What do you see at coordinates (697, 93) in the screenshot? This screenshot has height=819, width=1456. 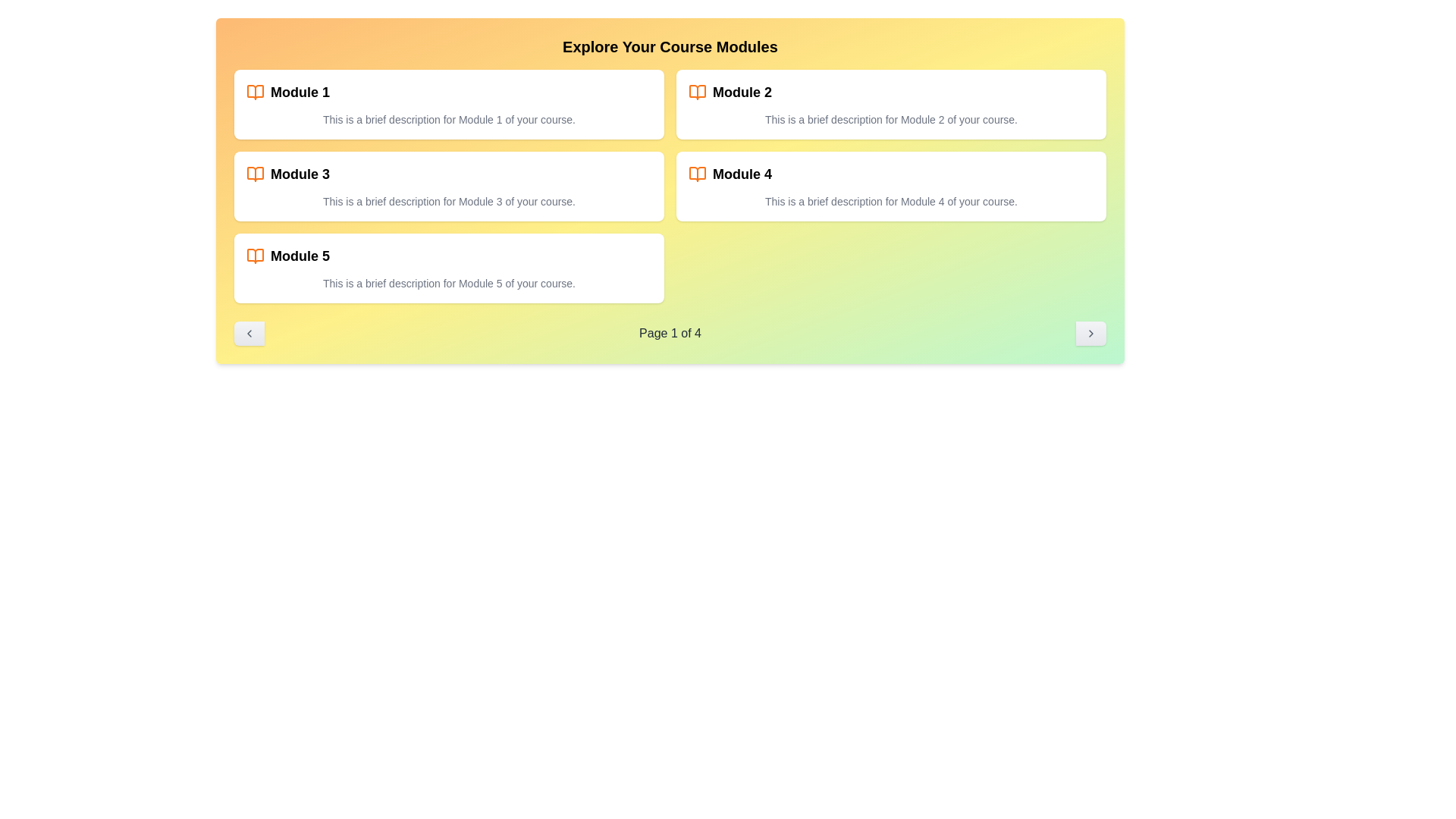 I see `the orange-colored open book icon located on the right side in the second row of modules, positioned before the heading 'Module 2'` at bounding box center [697, 93].